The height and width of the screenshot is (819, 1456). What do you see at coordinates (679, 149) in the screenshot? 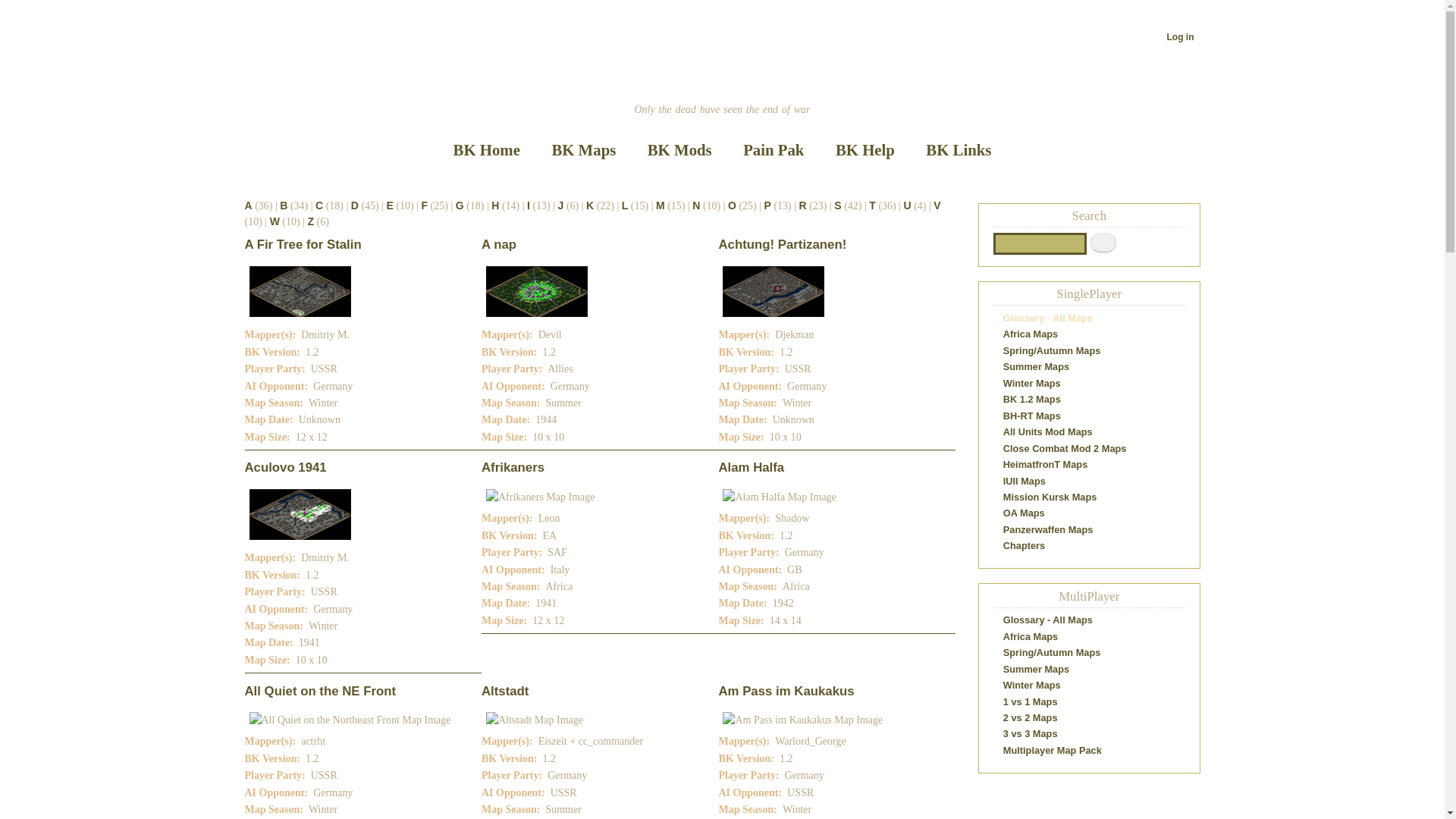
I see `'BK Mods'` at bounding box center [679, 149].